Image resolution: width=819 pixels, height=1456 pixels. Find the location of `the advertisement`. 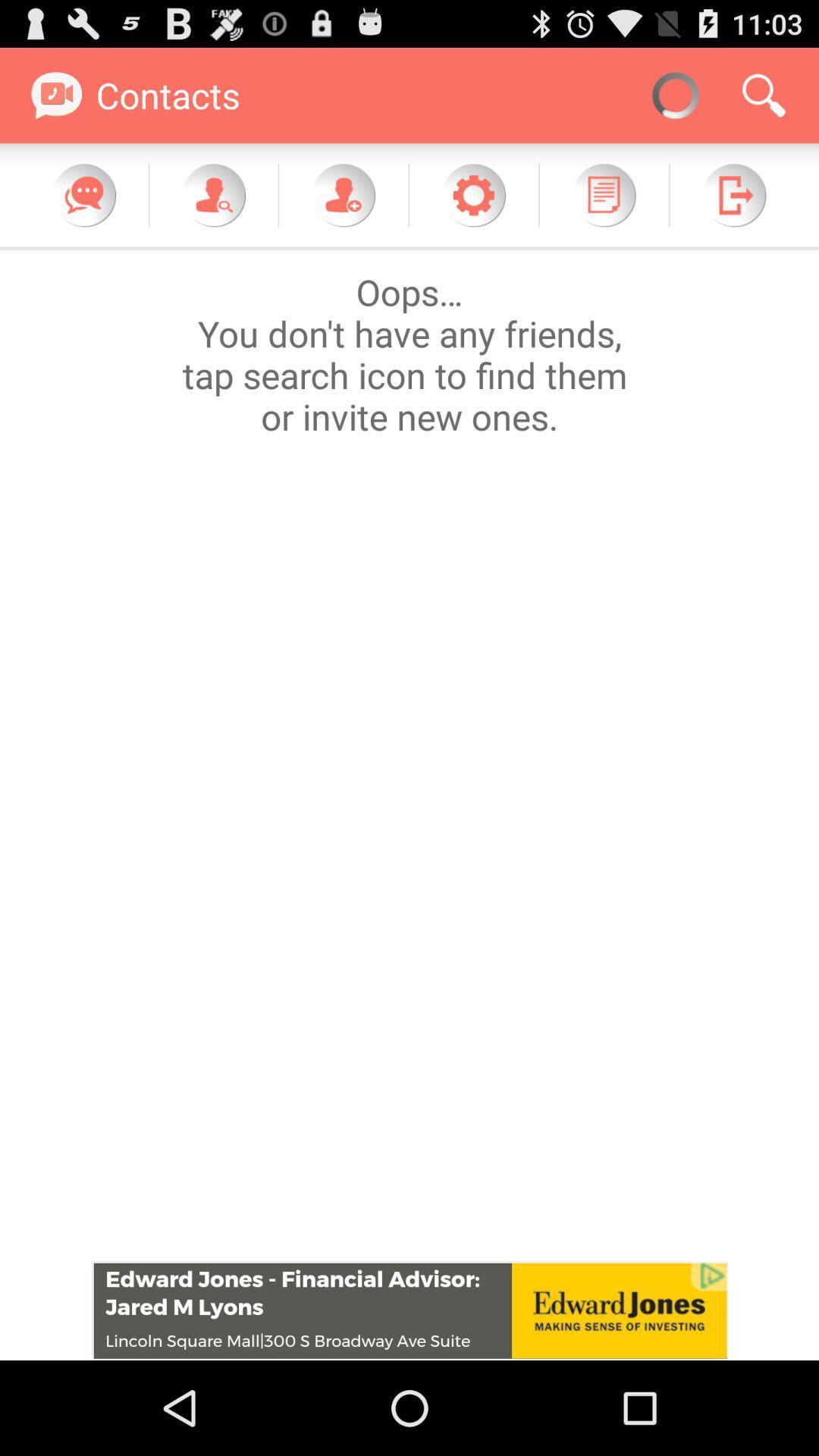

the advertisement is located at coordinates (409, 1310).